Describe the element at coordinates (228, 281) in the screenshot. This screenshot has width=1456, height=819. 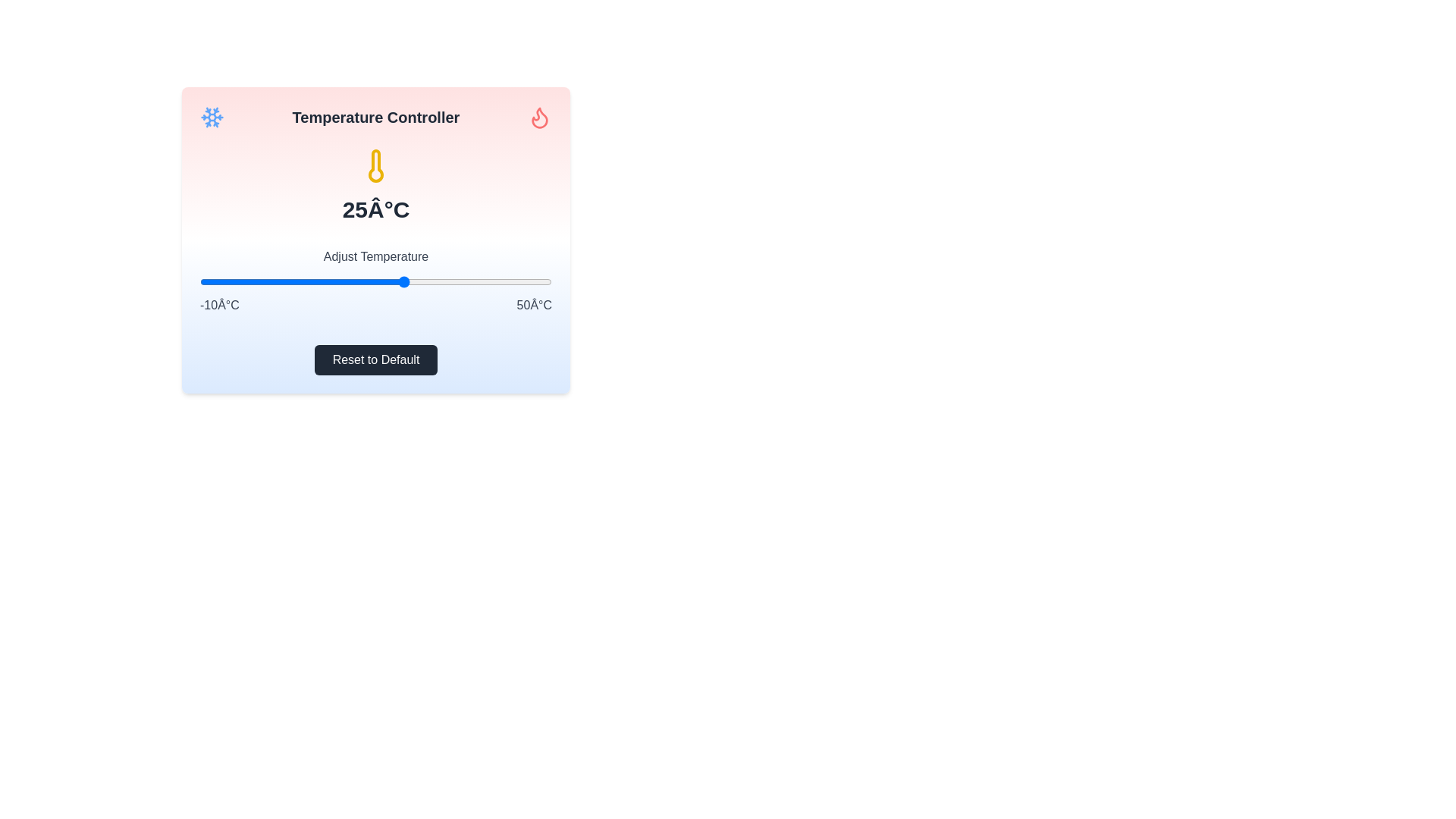
I see `the temperature slider to set the temperature to -5°C` at that location.